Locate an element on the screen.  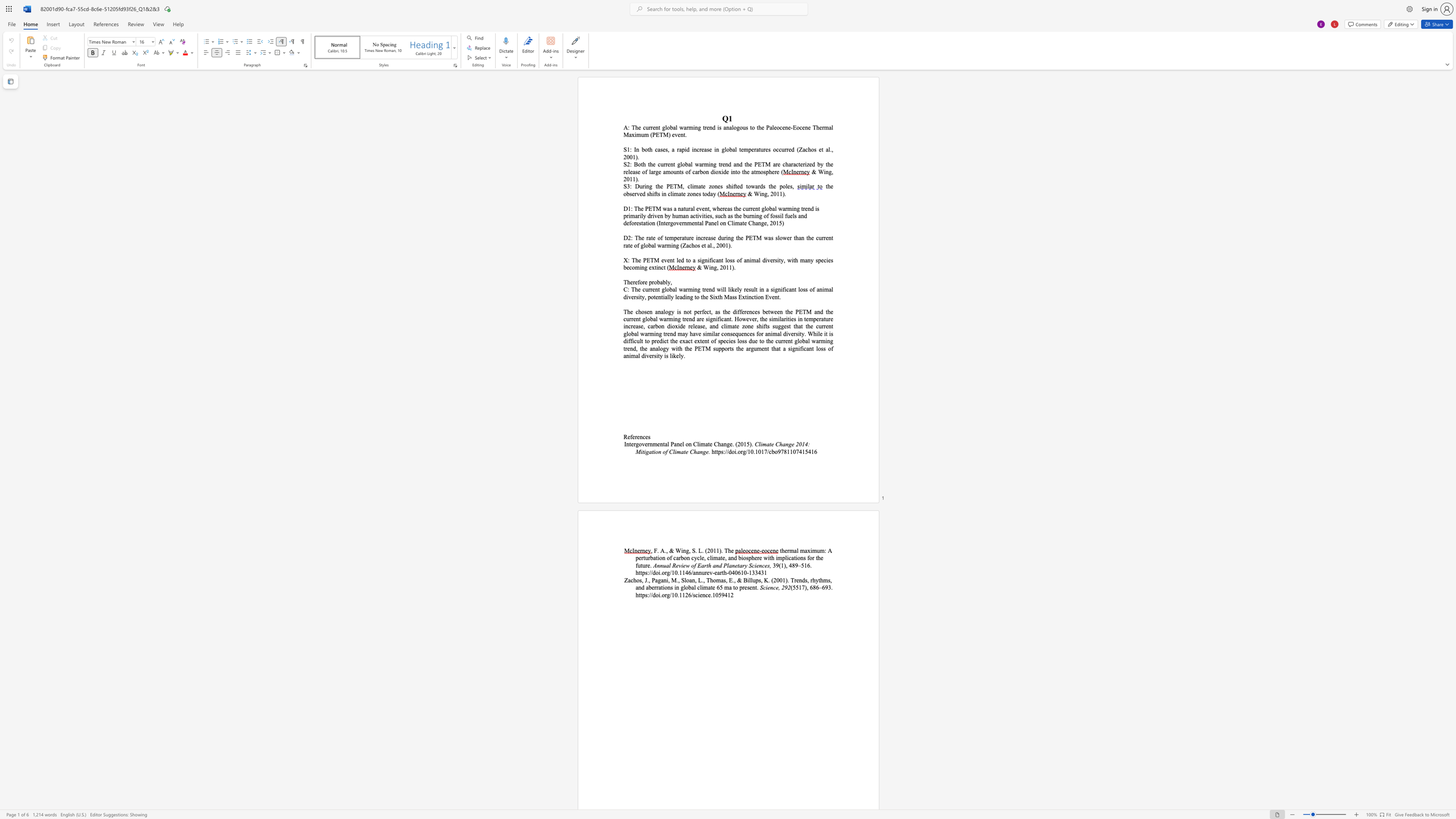
the subset text "t." within the text "and aberrations in global climate 65 ma to present." is located at coordinates (755, 587).